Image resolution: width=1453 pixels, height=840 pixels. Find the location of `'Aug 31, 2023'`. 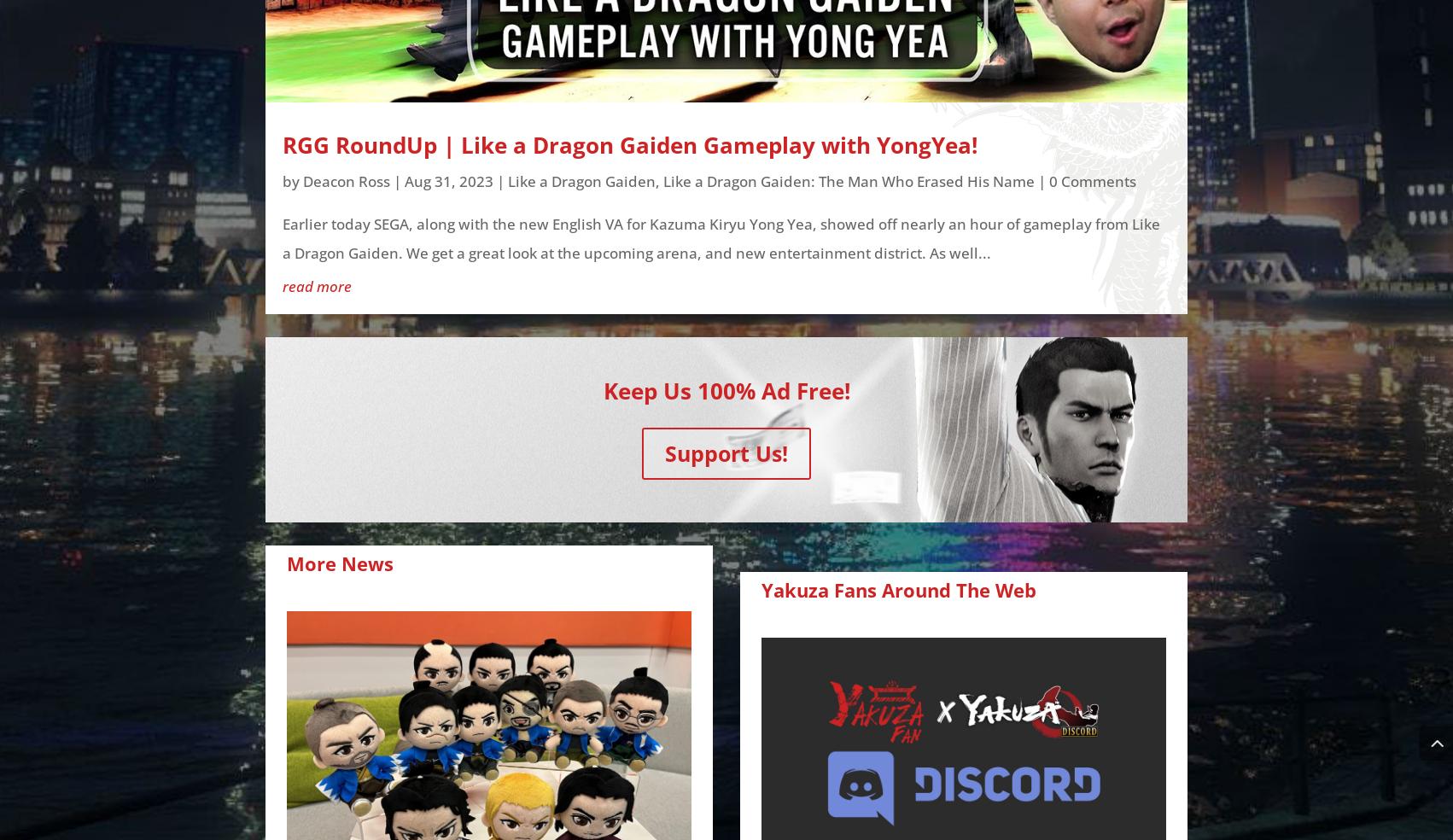

'Aug 31, 2023' is located at coordinates (447, 180).